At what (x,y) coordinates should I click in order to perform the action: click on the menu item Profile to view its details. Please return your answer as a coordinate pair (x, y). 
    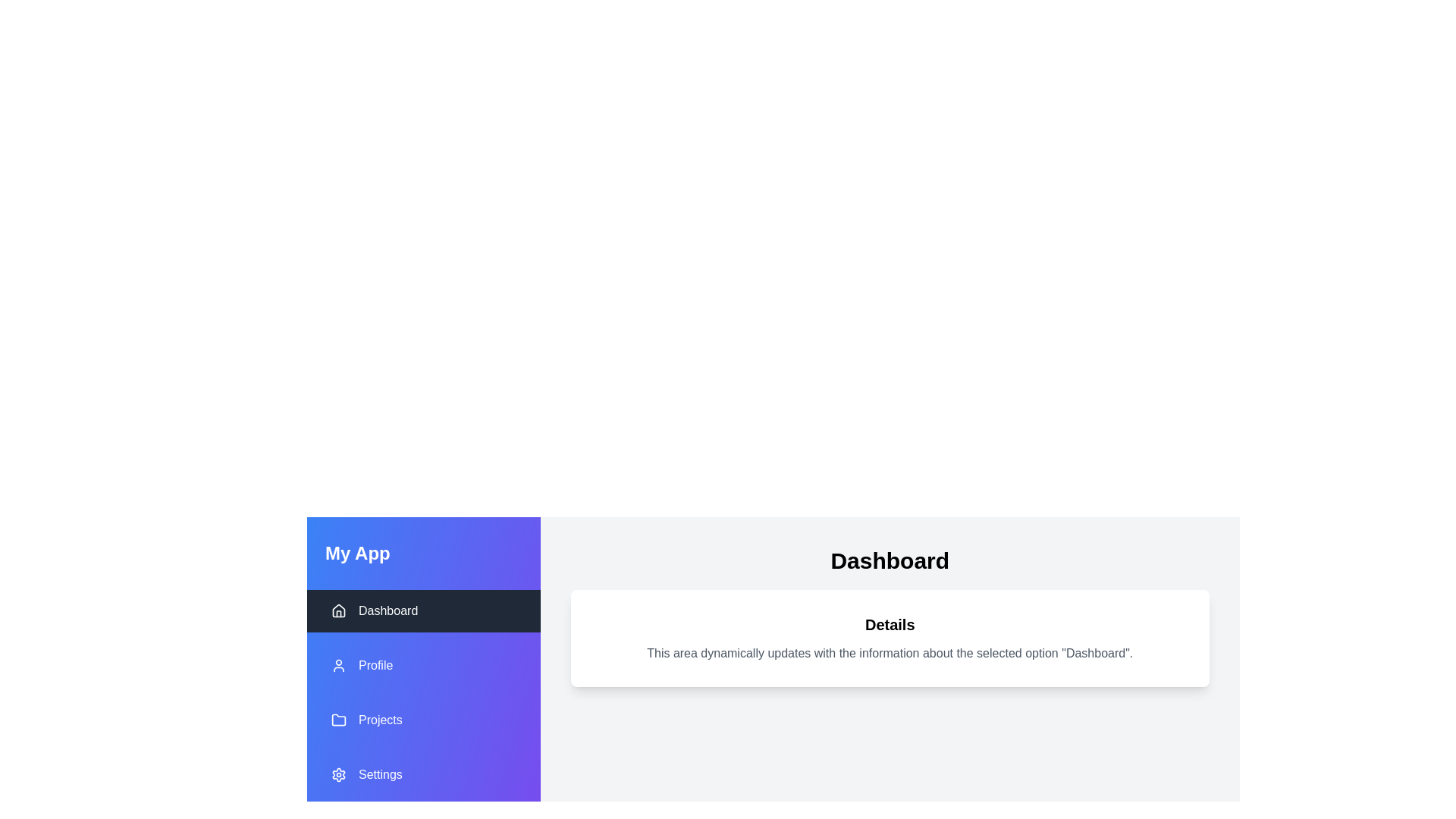
    Looking at the image, I should click on (423, 665).